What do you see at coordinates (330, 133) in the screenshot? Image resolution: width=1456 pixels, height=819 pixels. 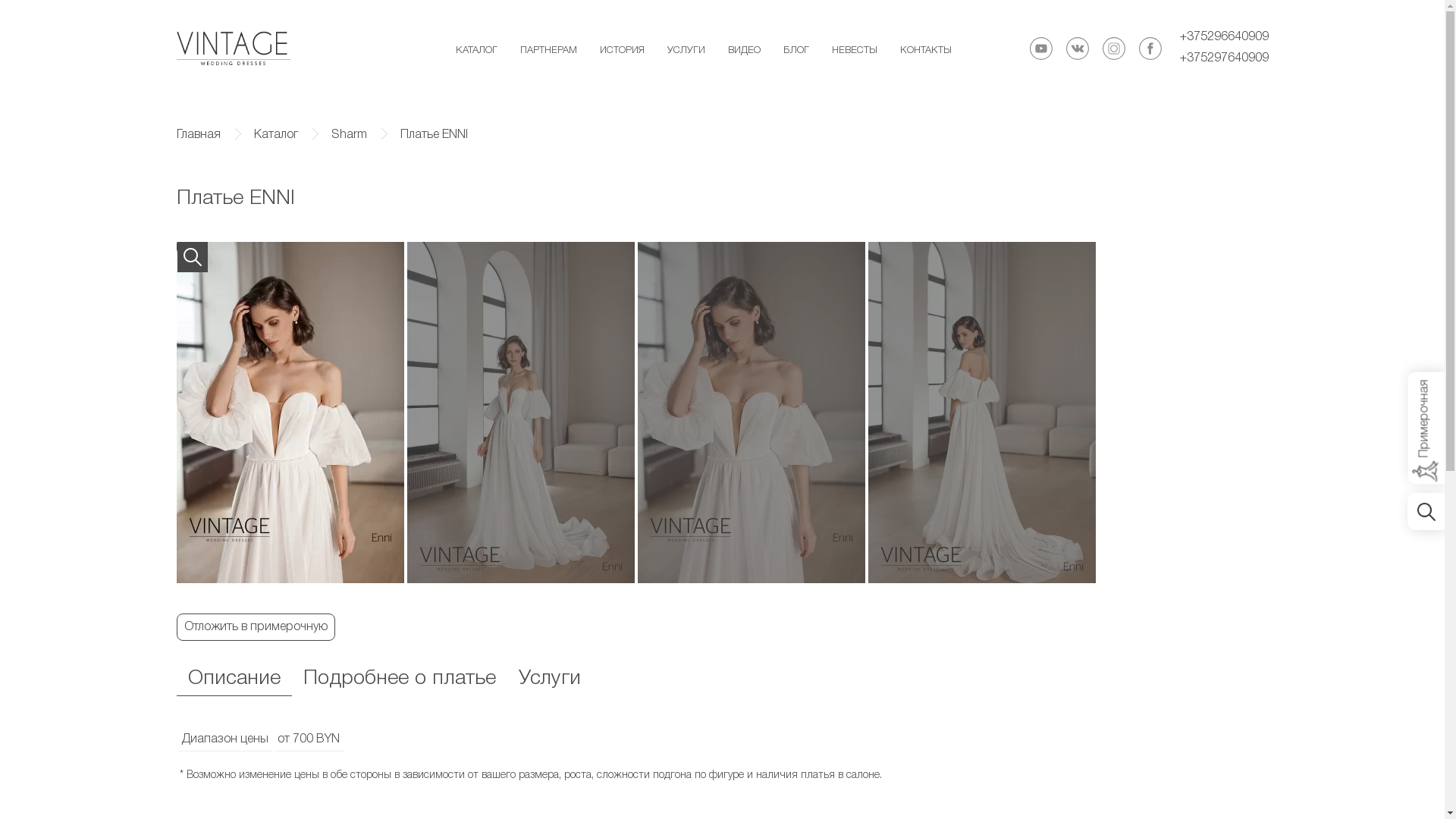 I see `'Sharm'` at bounding box center [330, 133].